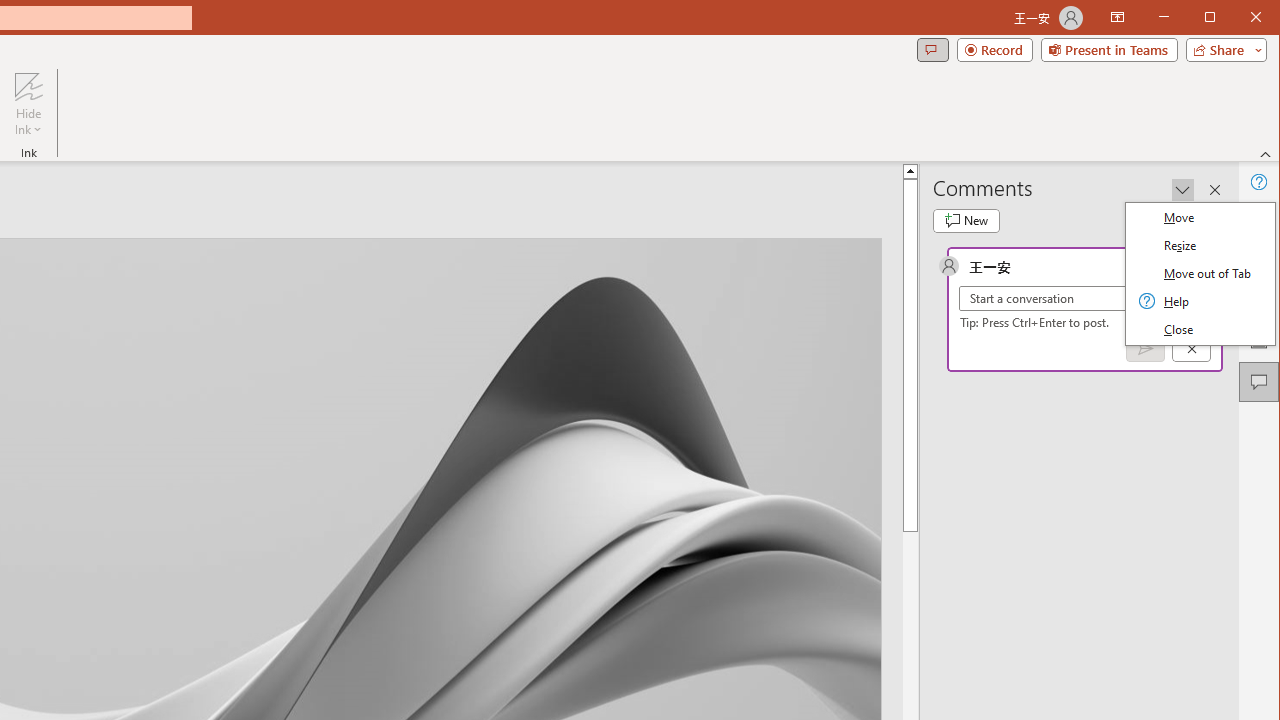 This screenshot has height=720, width=1280. What do you see at coordinates (1214, 190) in the screenshot?
I see `'Close pane'` at bounding box center [1214, 190].